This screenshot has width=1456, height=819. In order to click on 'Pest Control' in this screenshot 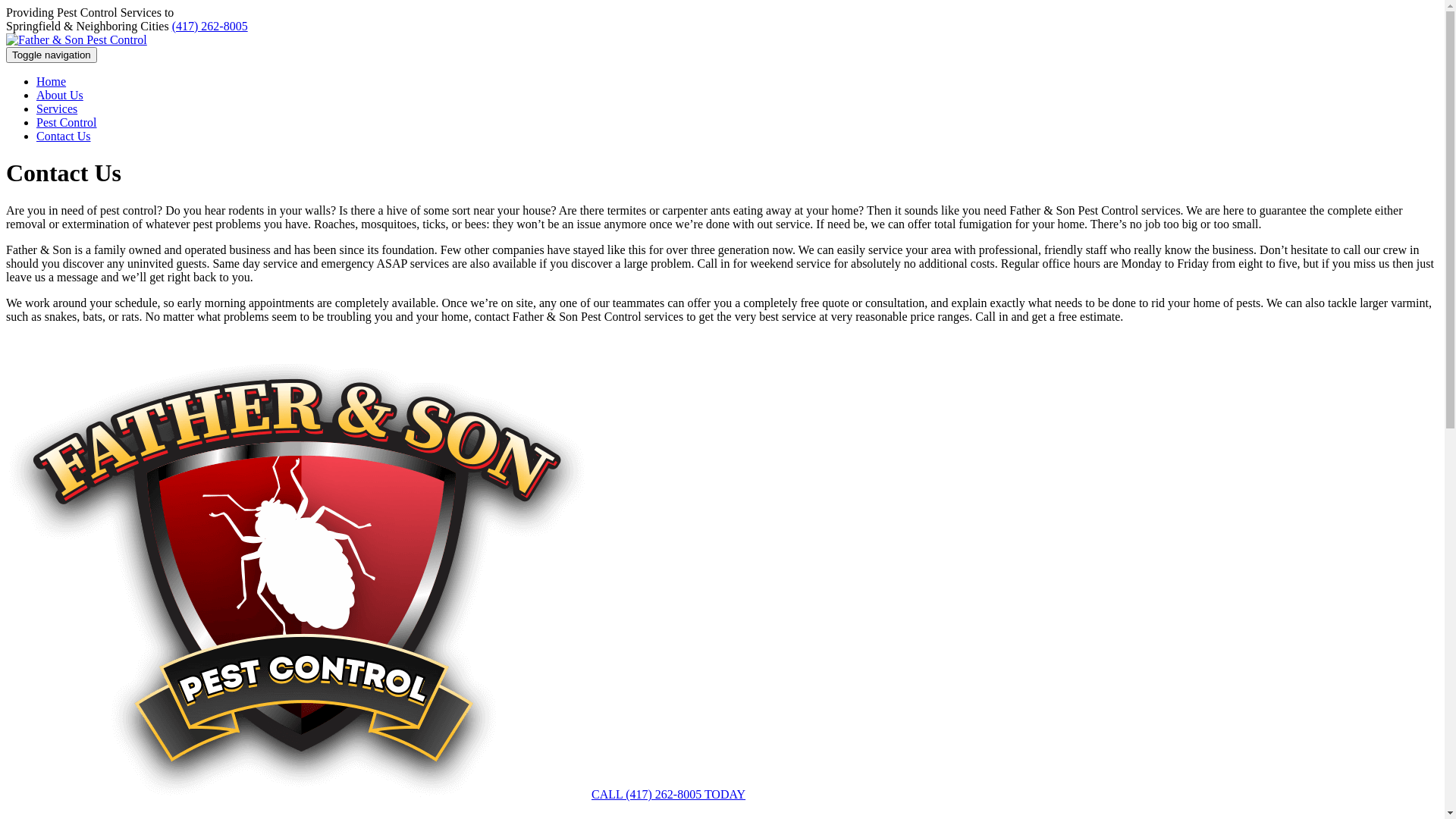, I will do `click(65, 121)`.